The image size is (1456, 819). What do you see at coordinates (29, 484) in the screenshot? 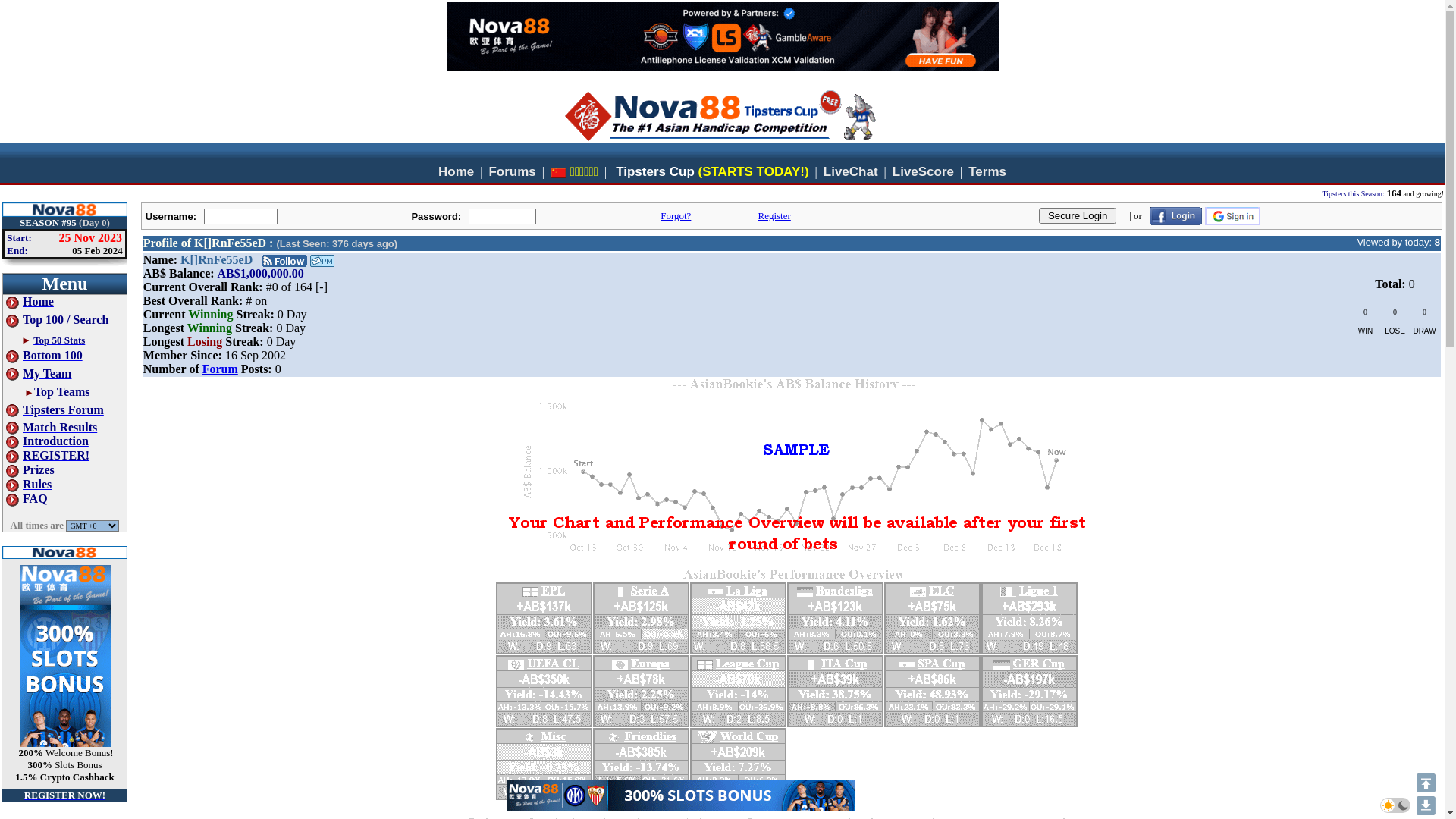
I see `'Rules'` at bounding box center [29, 484].